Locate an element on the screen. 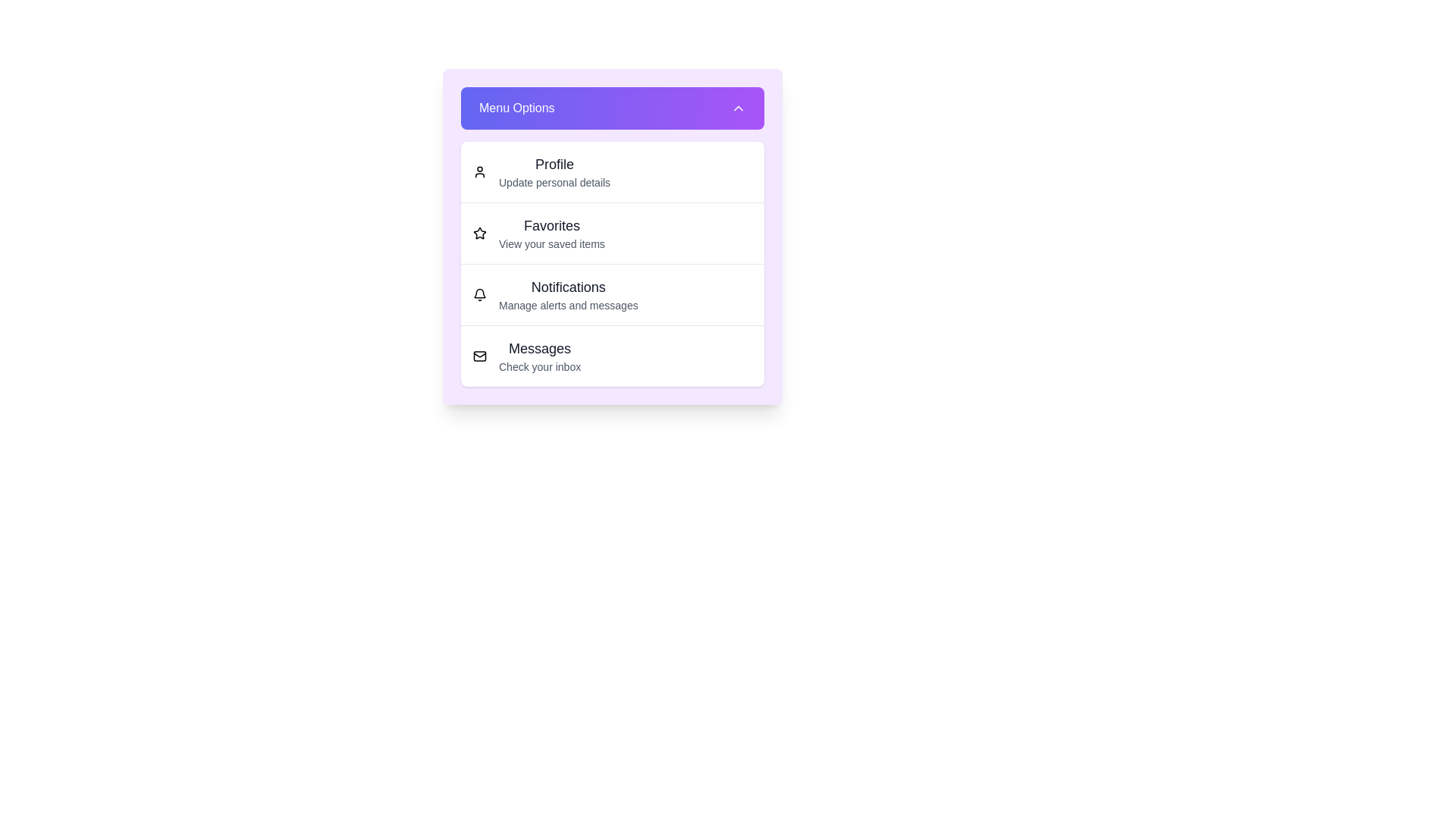 The height and width of the screenshot is (819, 1456). the menu item corresponding to Profile is located at coordinates (479, 171).